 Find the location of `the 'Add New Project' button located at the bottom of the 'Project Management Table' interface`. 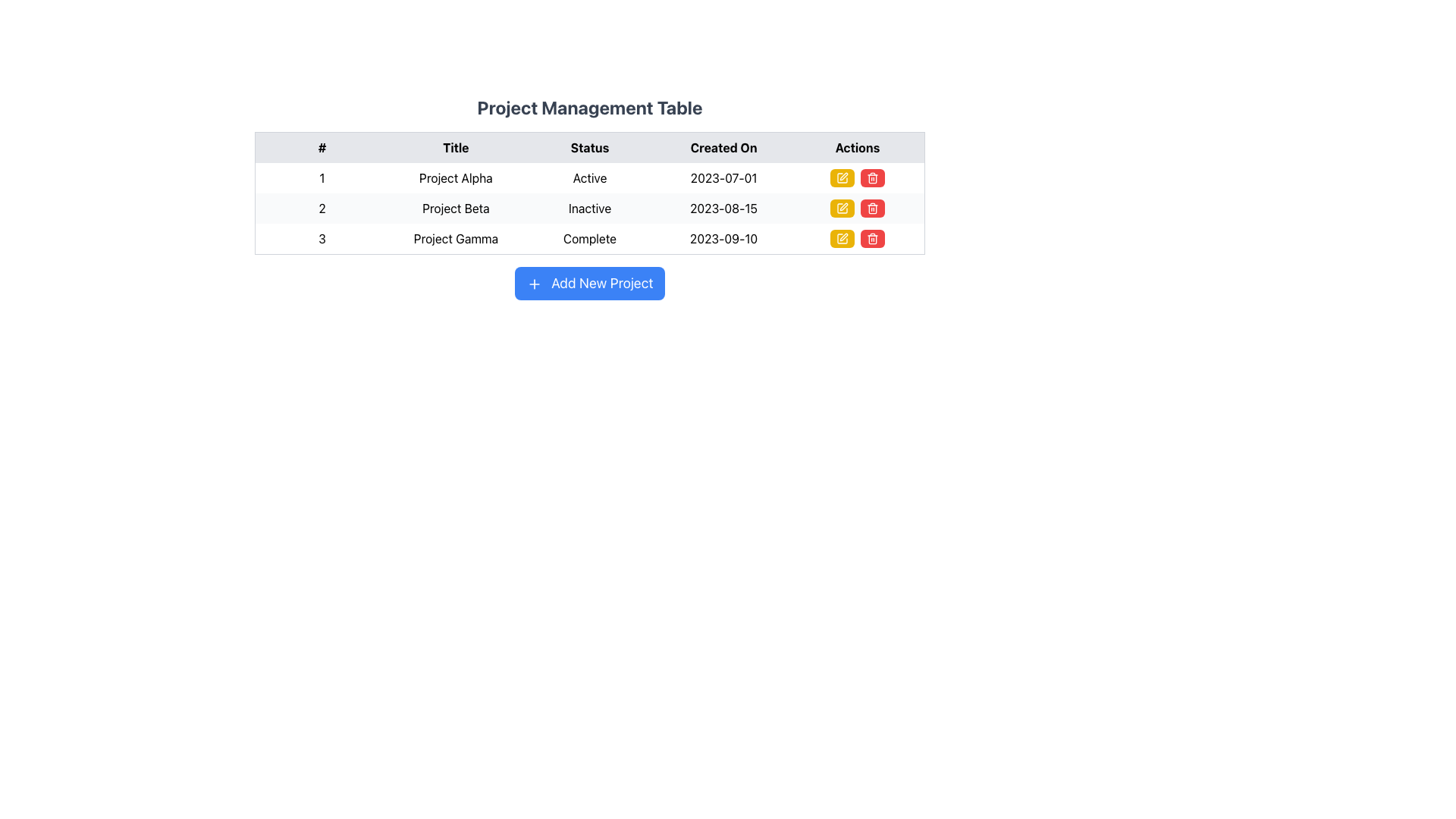

the 'Add New Project' button located at the bottom of the 'Project Management Table' interface is located at coordinates (588, 284).